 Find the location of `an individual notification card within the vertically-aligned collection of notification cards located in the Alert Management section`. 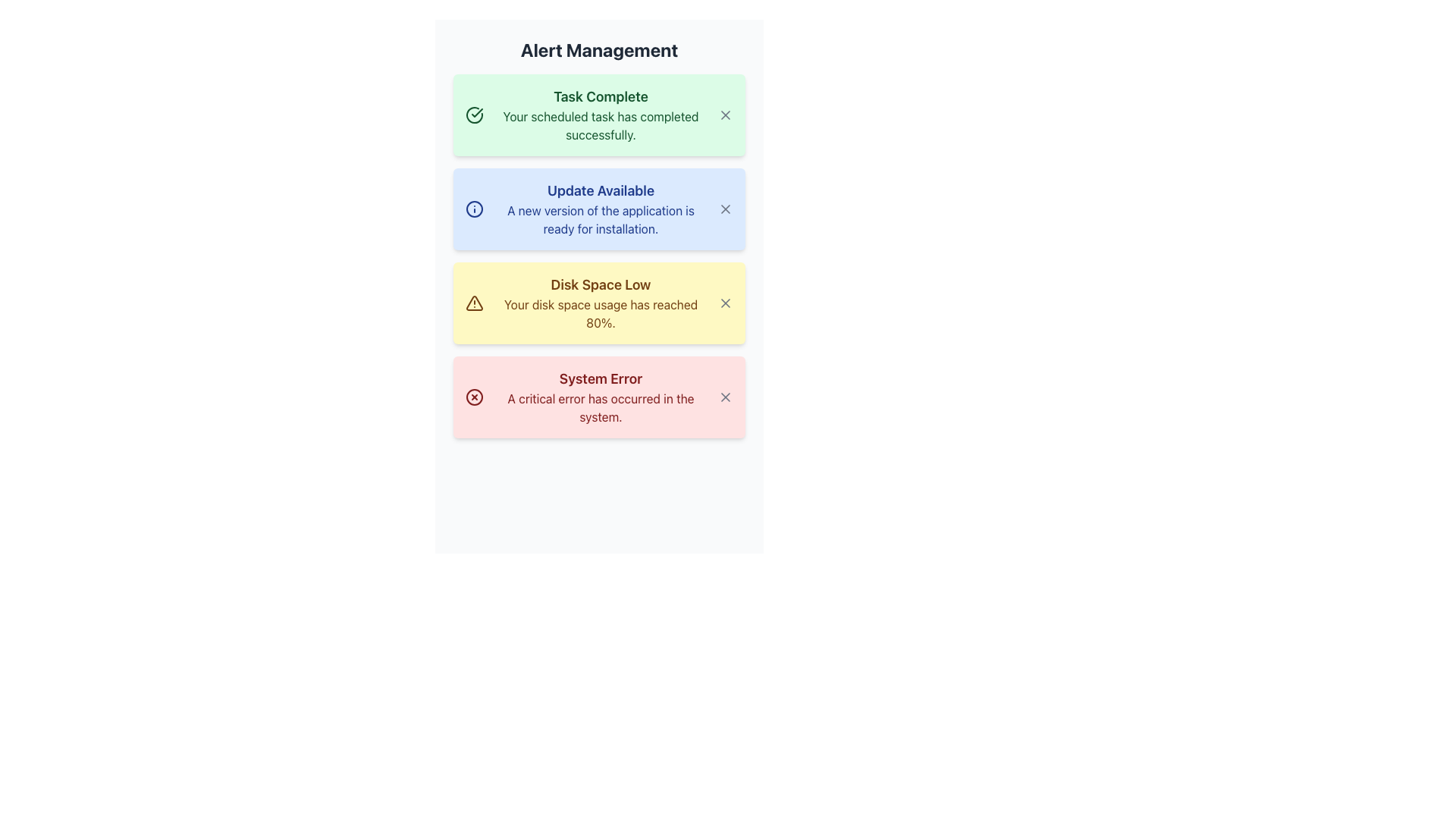

an individual notification card within the vertically-aligned collection of notification cards located in the Alert Management section is located at coordinates (598, 256).